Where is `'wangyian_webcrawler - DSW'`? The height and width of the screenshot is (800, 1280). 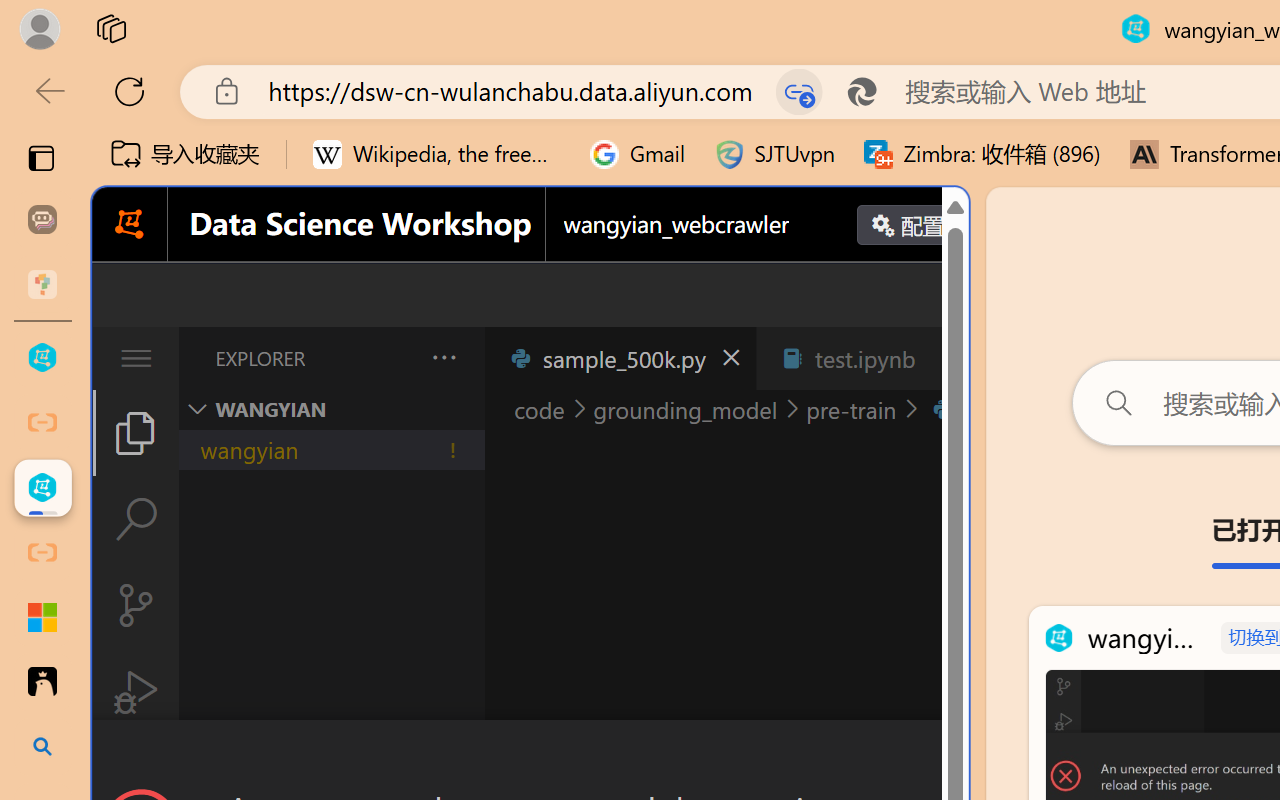 'wangyian_webcrawler - DSW' is located at coordinates (42, 488).